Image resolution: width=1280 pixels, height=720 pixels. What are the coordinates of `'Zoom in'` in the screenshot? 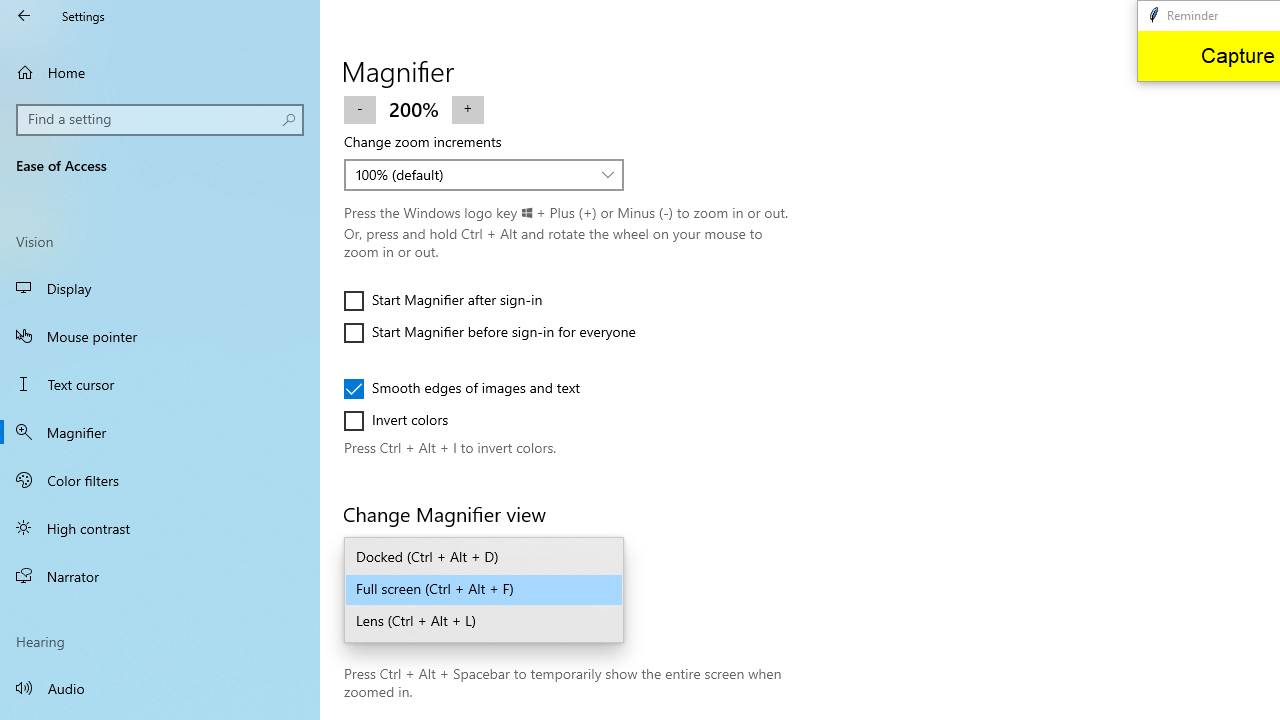 It's located at (466, 108).